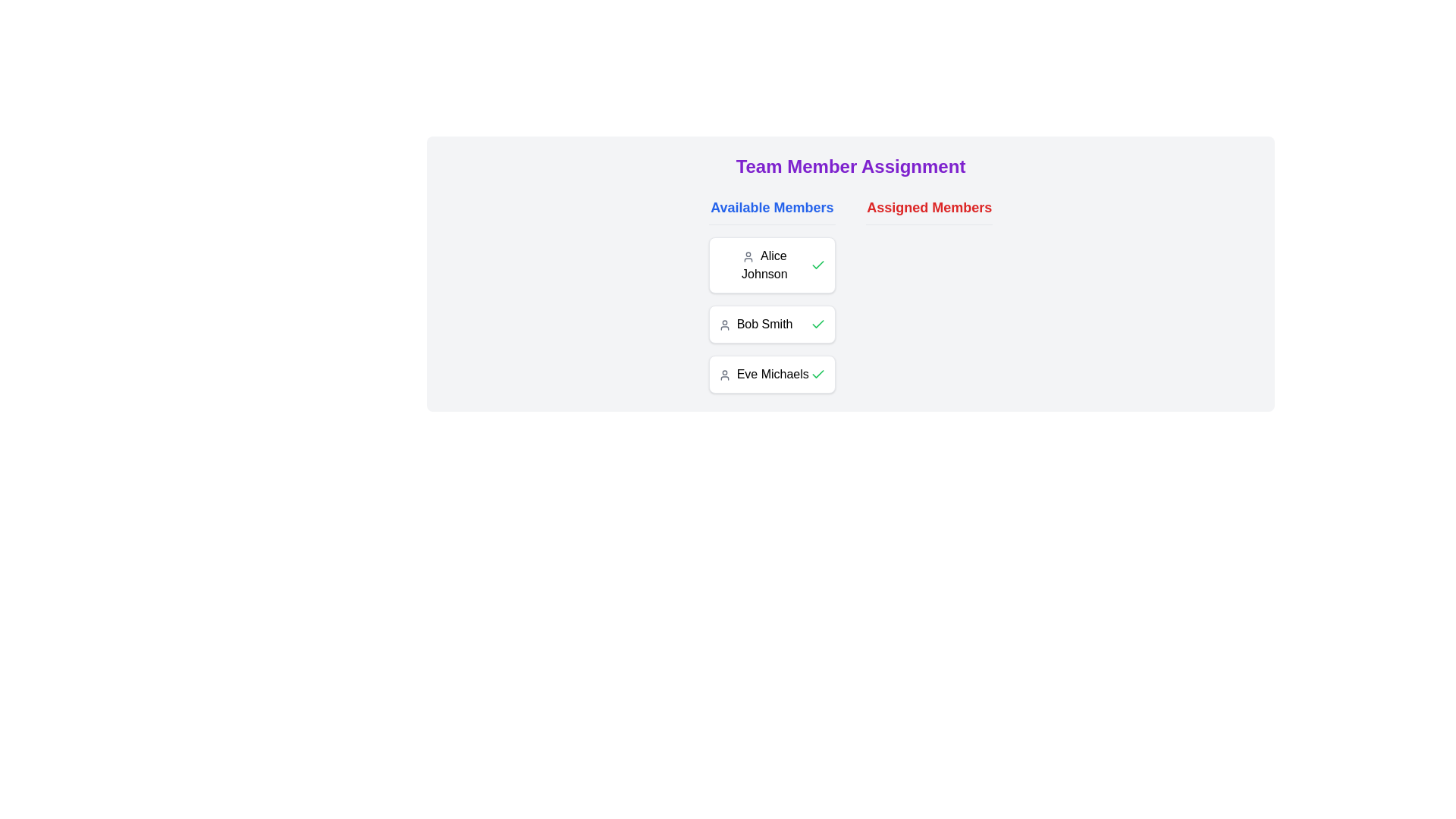  I want to click on the user profile icon located to the left of the 'Bob Smith' text, which serves as a visual identifier for the name, so click(723, 324).